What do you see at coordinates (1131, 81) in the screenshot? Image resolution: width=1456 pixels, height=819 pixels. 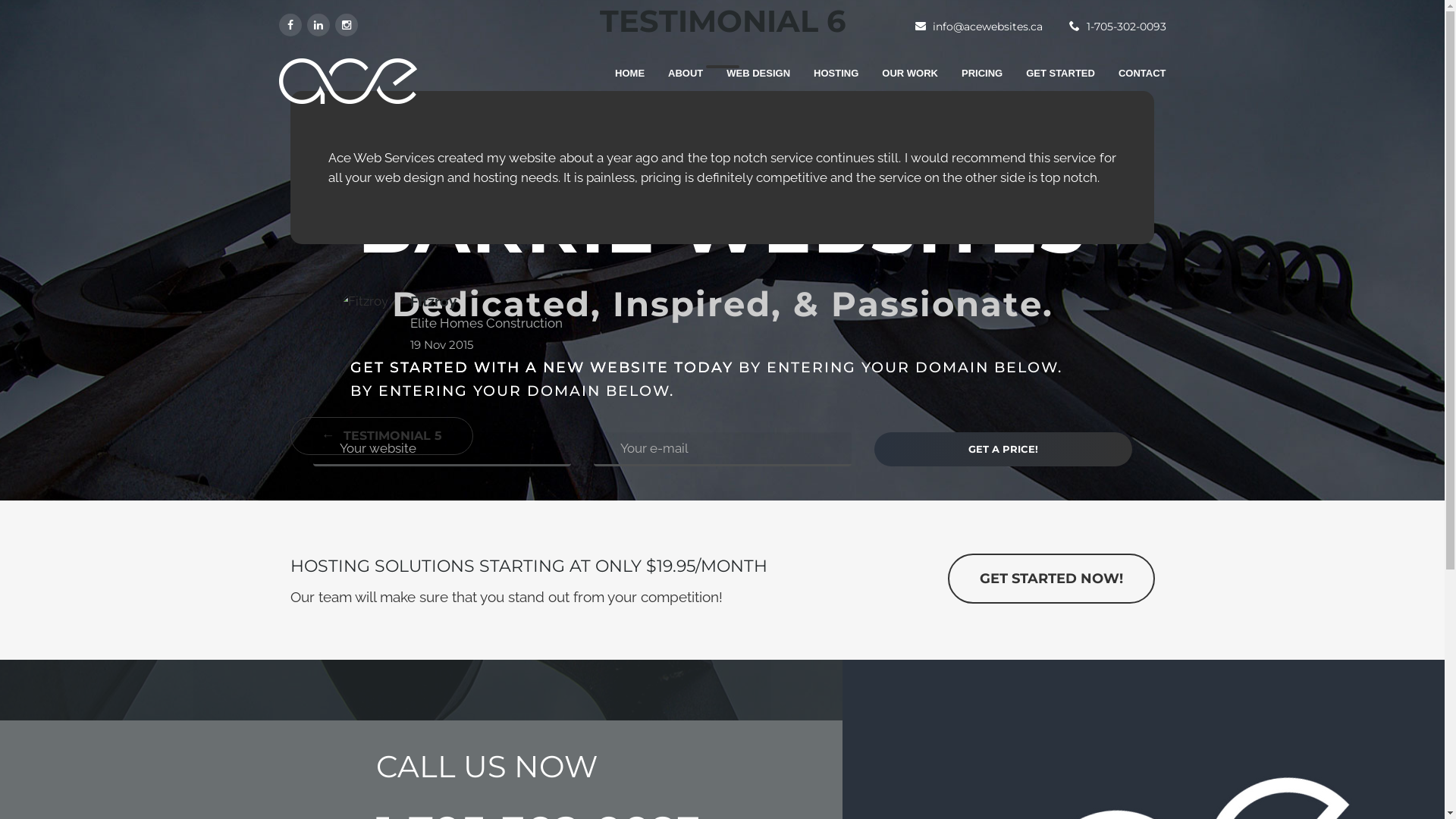 I see `'CONTACT'` at bounding box center [1131, 81].